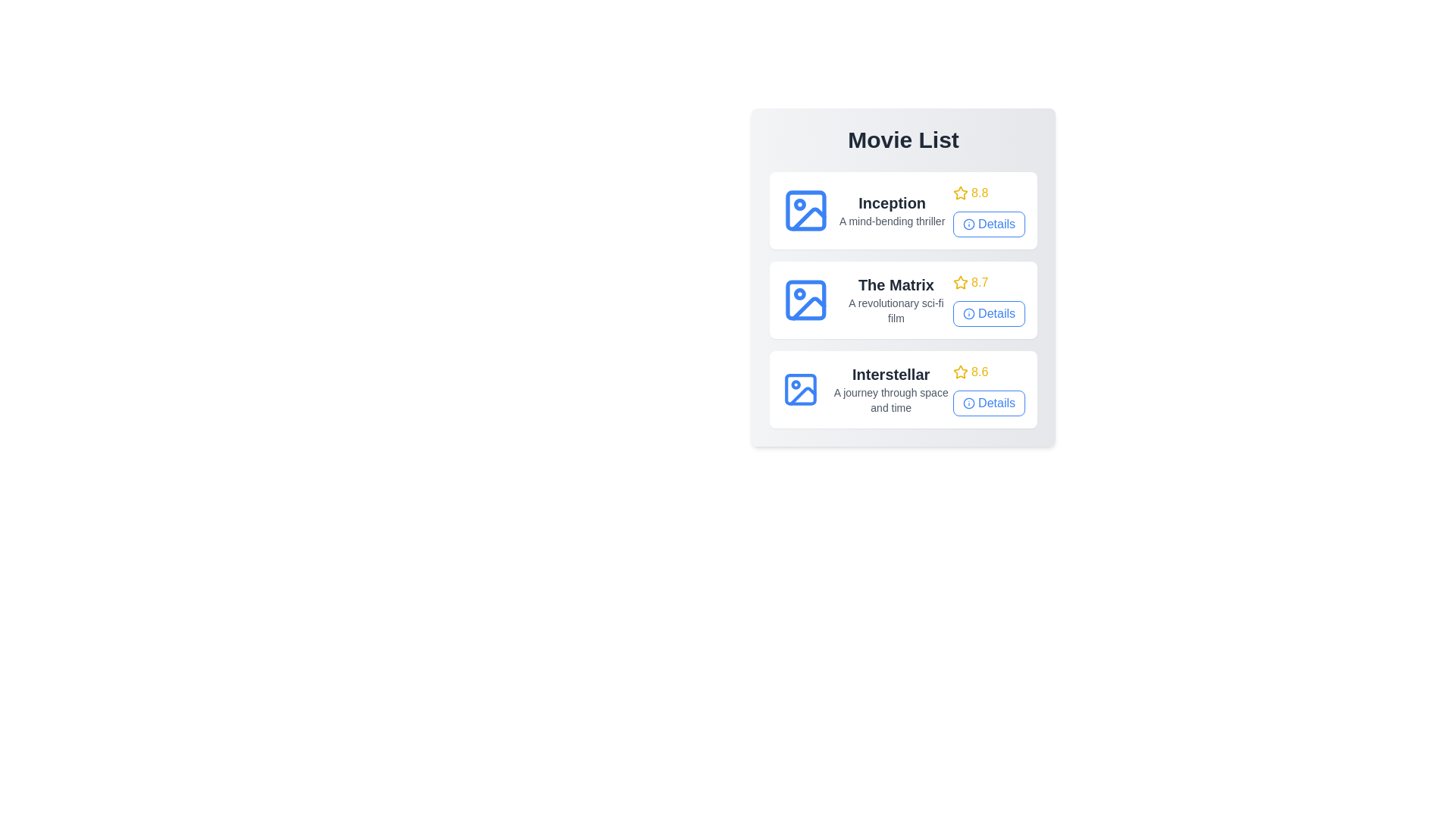  Describe the element at coordinates (989, 312) in the screenshot. I see `the 'Details' button for the movie The Matrix` at that location.